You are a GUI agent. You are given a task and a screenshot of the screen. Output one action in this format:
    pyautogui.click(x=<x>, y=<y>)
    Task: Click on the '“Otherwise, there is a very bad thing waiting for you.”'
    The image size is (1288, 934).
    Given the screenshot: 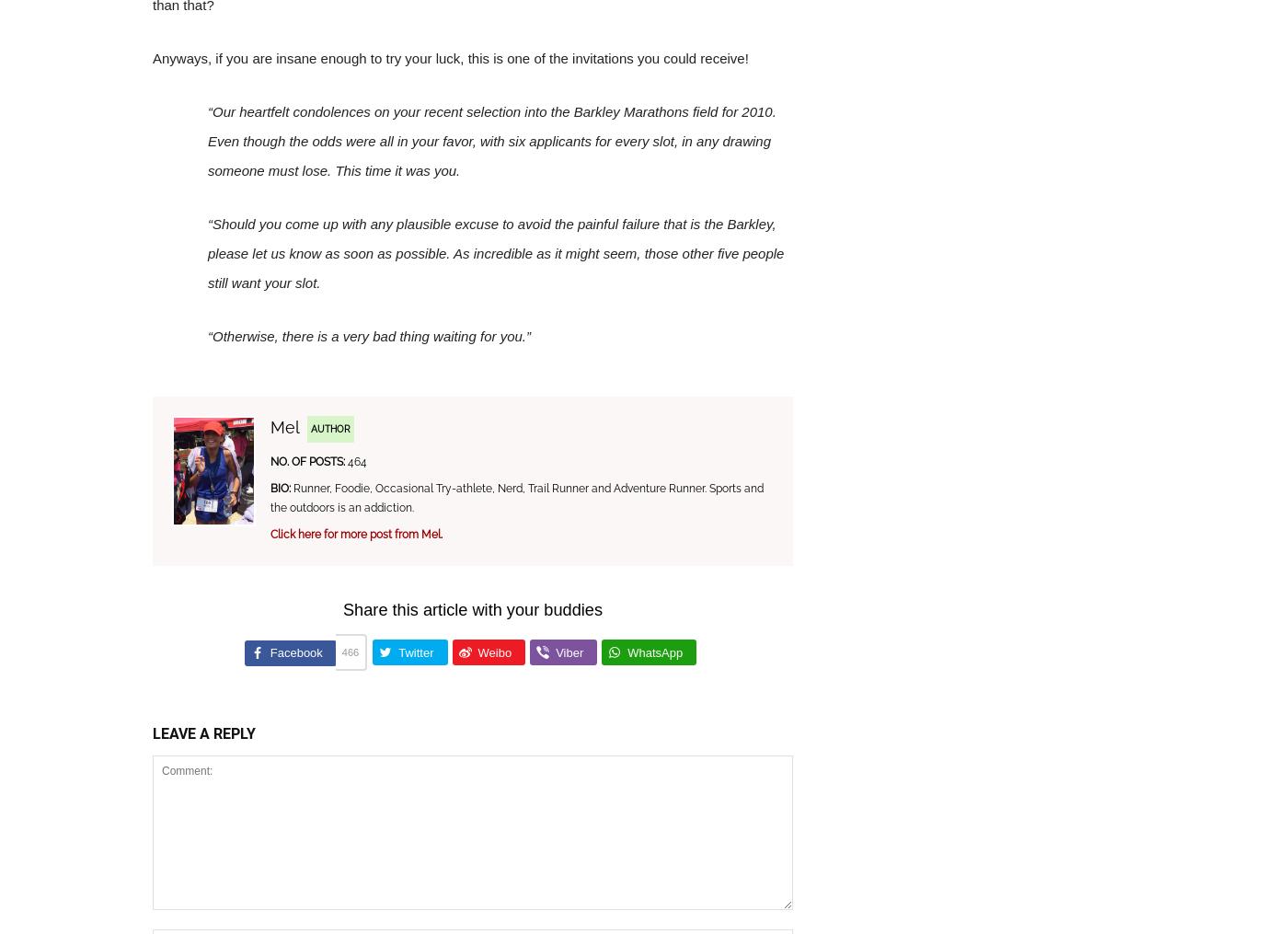 What is the action you would take?
    pyautogui.click(x=369, y=336)
    